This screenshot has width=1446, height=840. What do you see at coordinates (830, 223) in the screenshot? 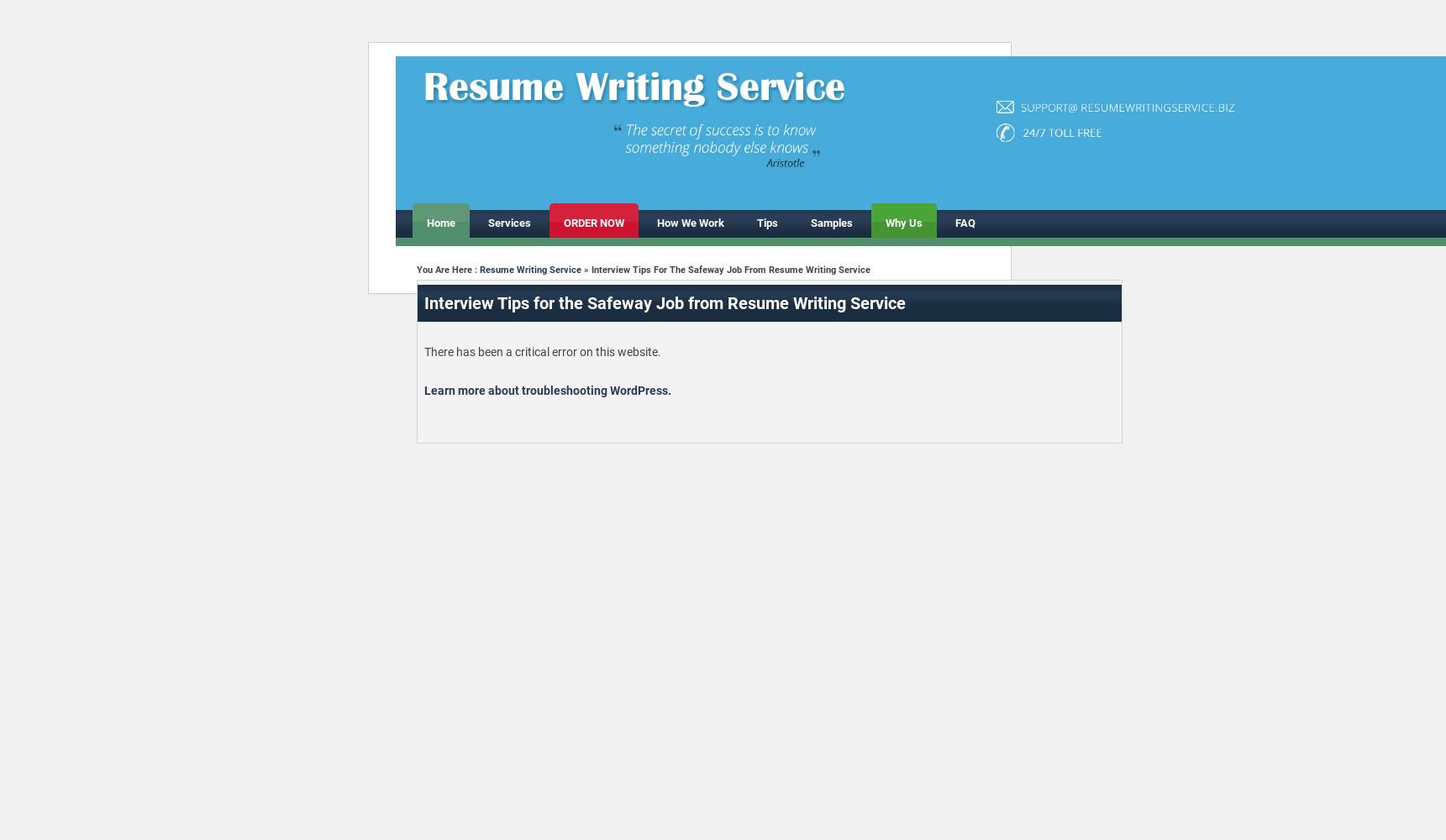
I see `'Samples'` at bounding box center [830, 223].